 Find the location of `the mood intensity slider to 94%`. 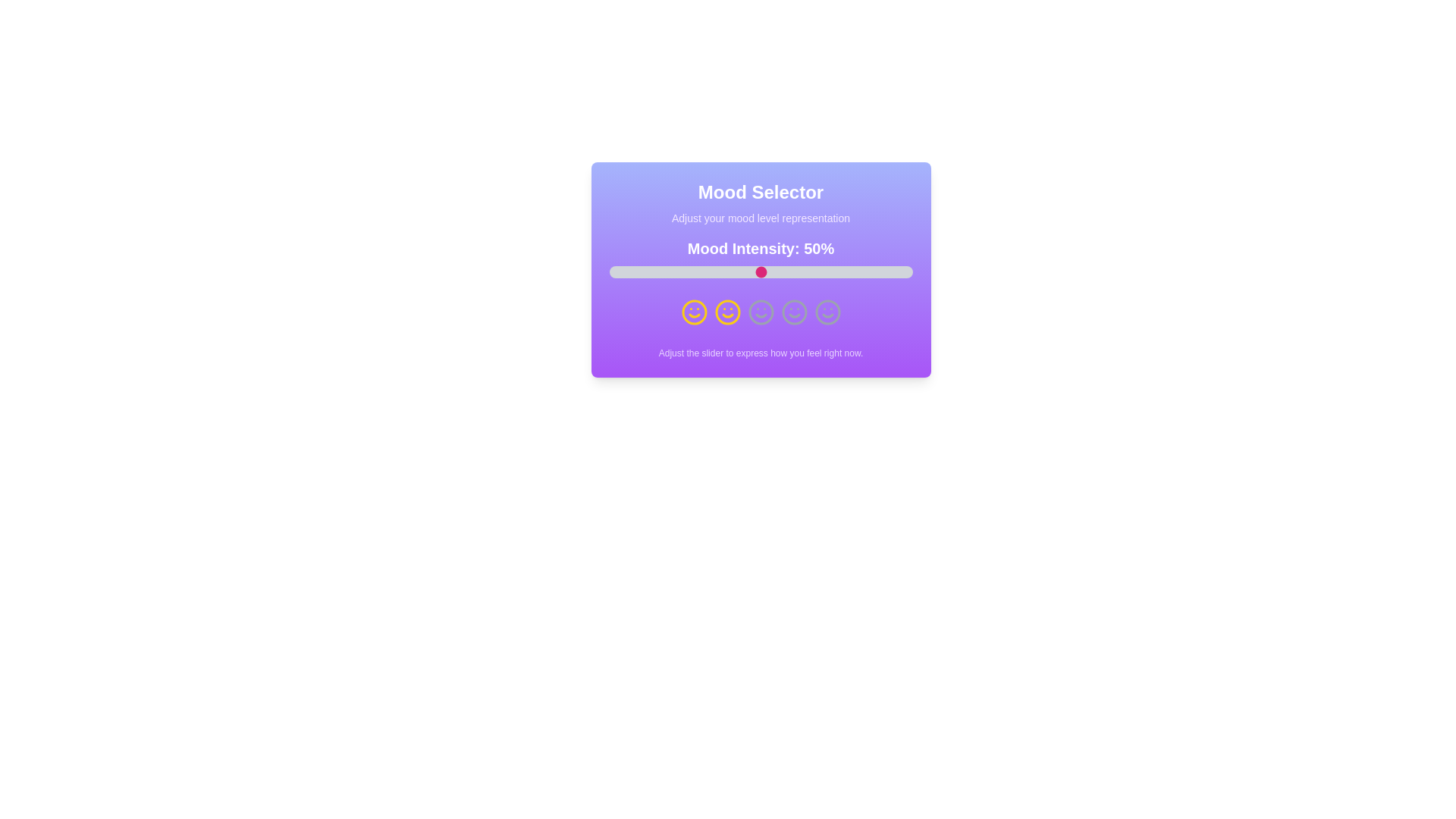

the mood intensity slider to 94% is located at coordinates (894, 271).